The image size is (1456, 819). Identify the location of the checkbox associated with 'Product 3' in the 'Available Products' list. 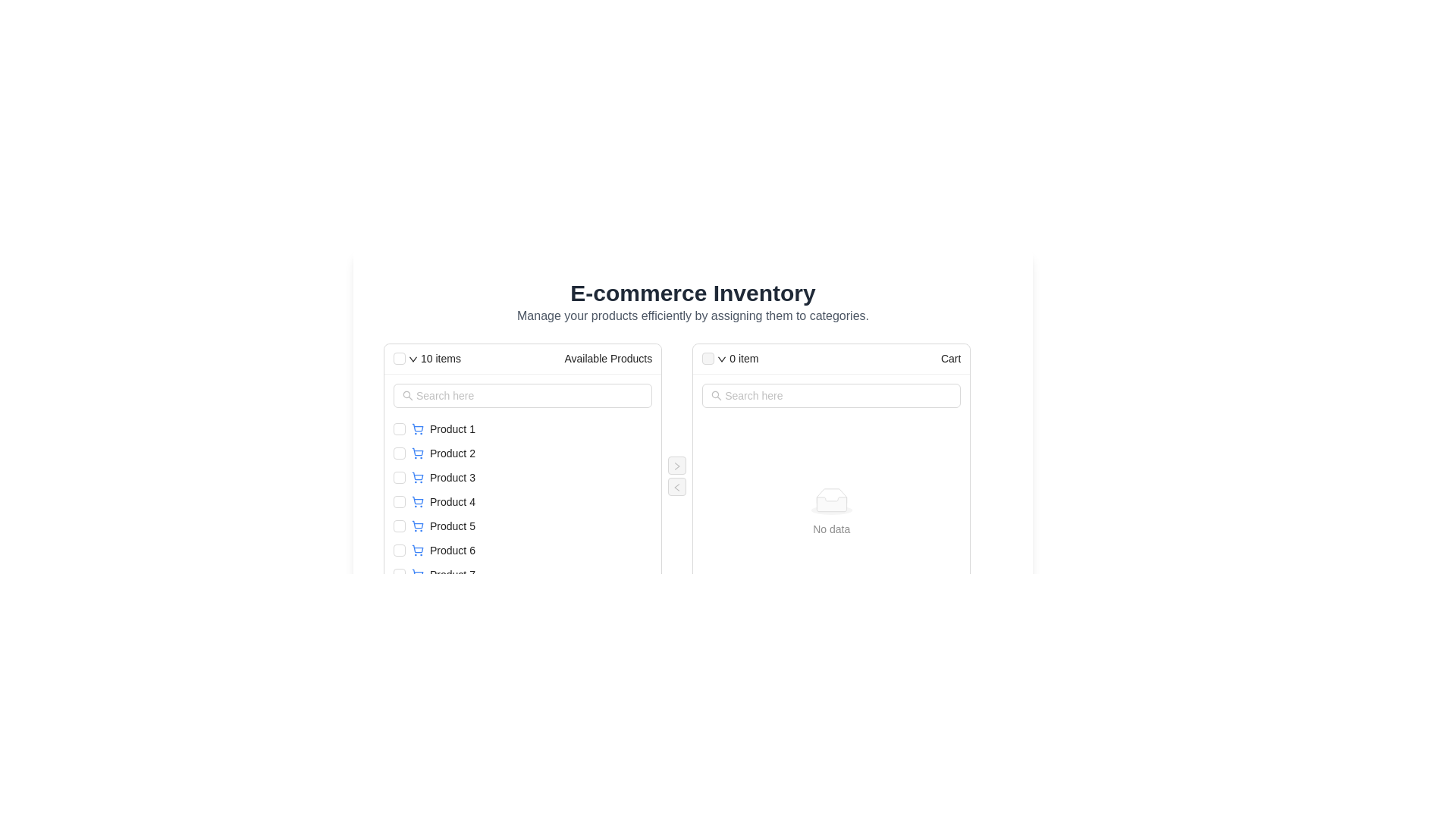
(400, 476).